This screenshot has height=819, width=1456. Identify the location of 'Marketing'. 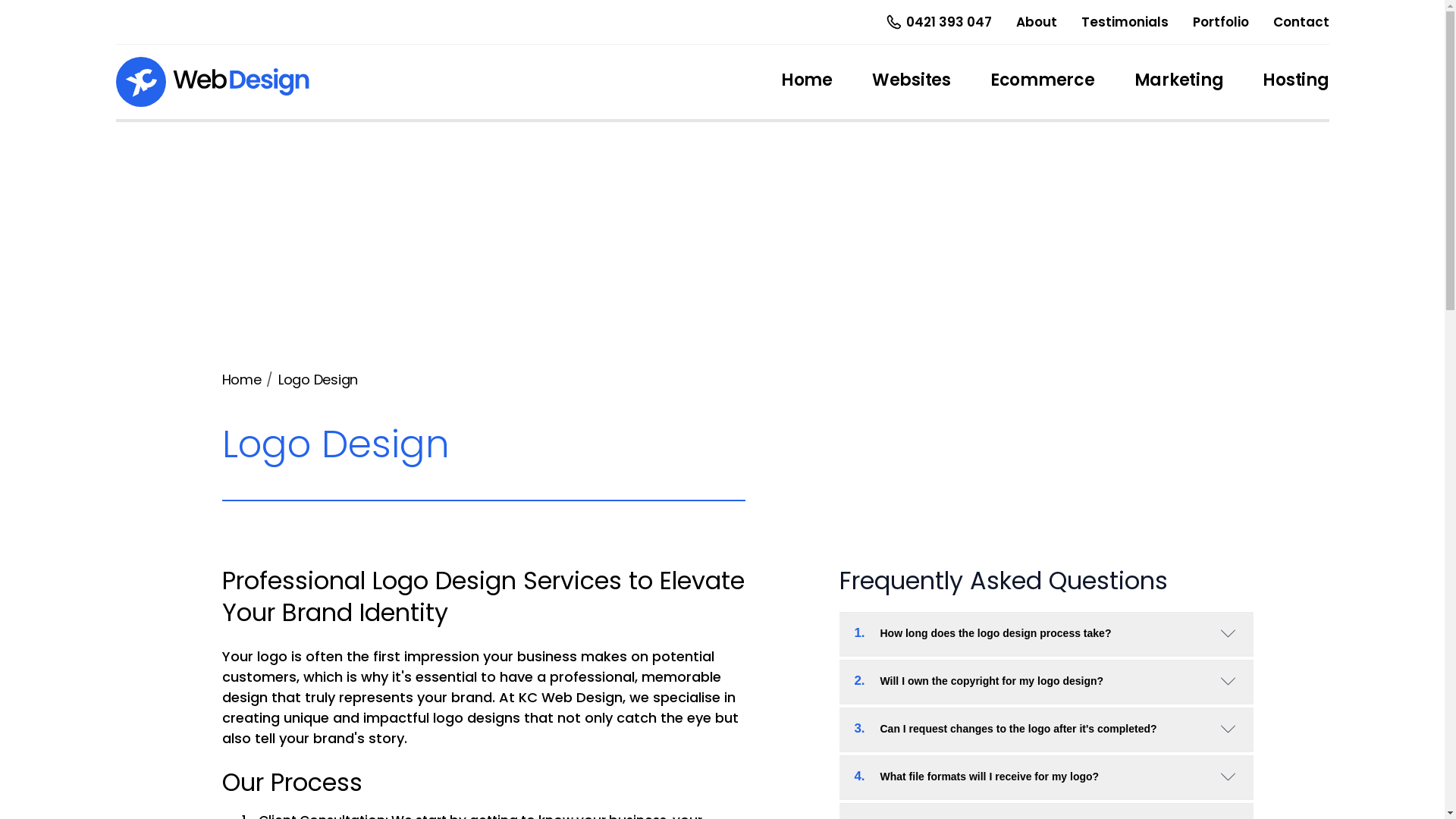
(1178, 82).